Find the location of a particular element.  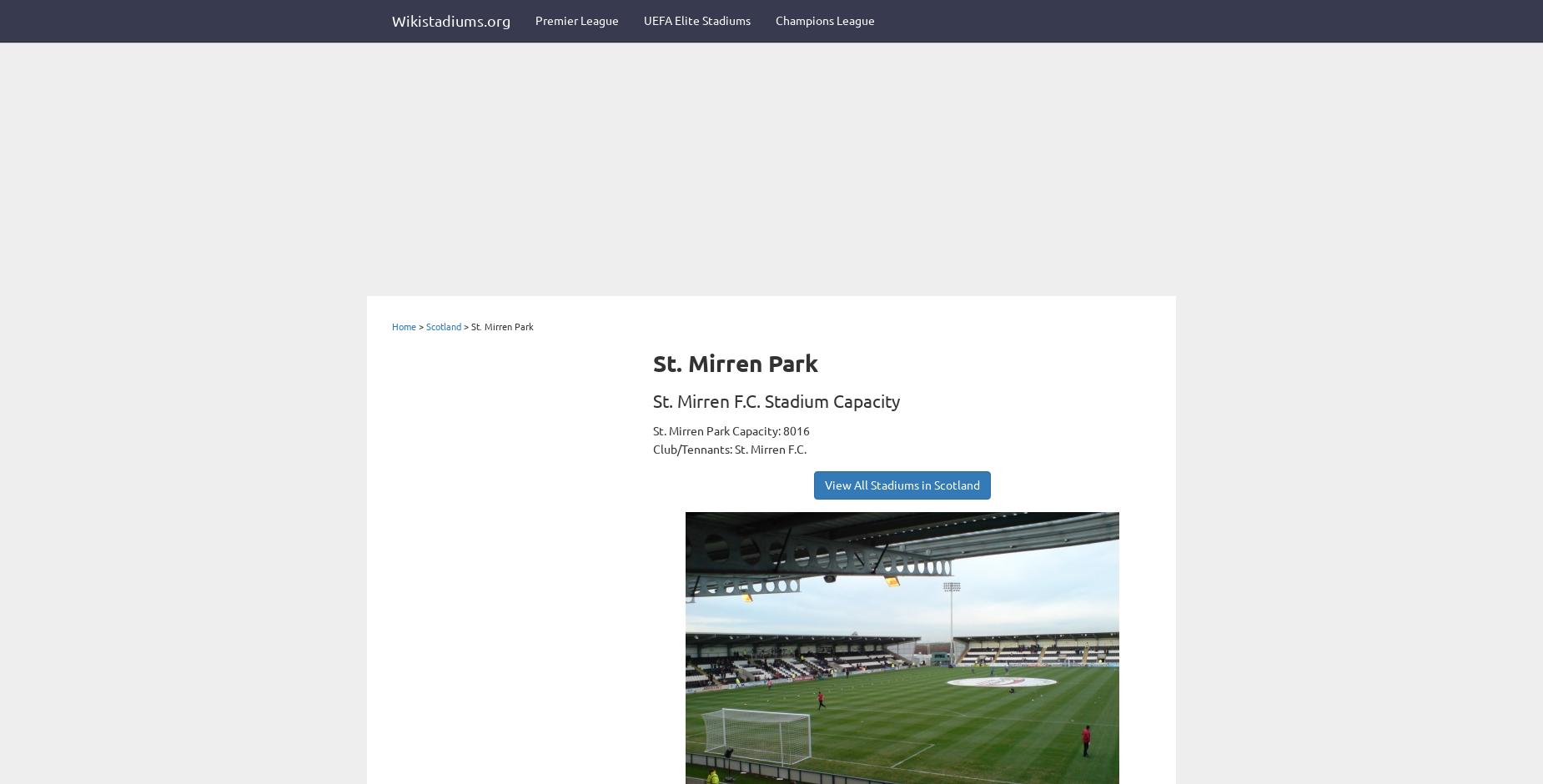

'St. Mirren Park Capacity: 8016' is located at coordinates (731, 429).